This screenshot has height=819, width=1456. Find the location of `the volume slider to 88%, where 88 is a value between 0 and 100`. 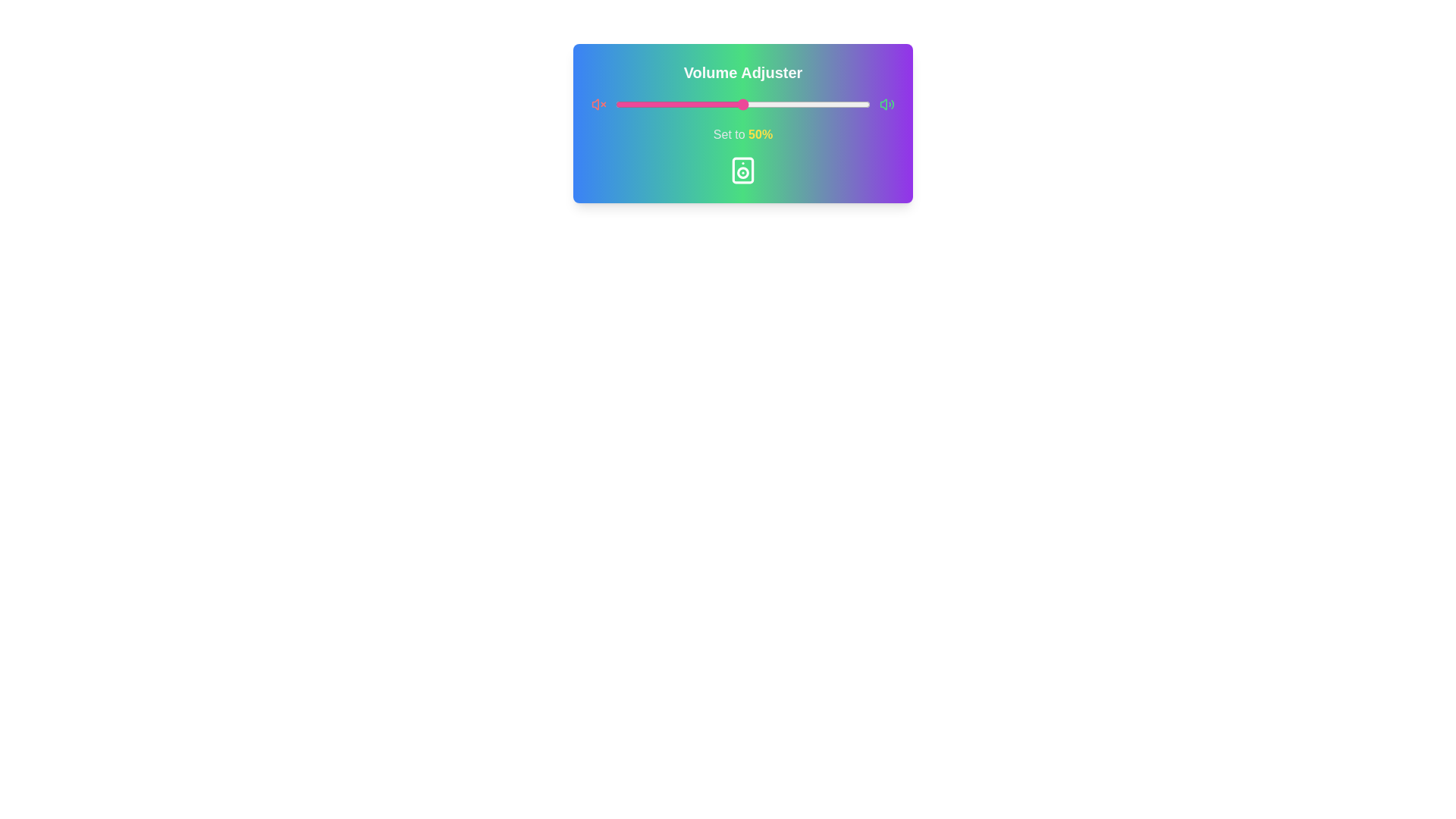

the volume slider to 88%, where 88 is a value between 0 and 100 is located at coordinates (838, 104).